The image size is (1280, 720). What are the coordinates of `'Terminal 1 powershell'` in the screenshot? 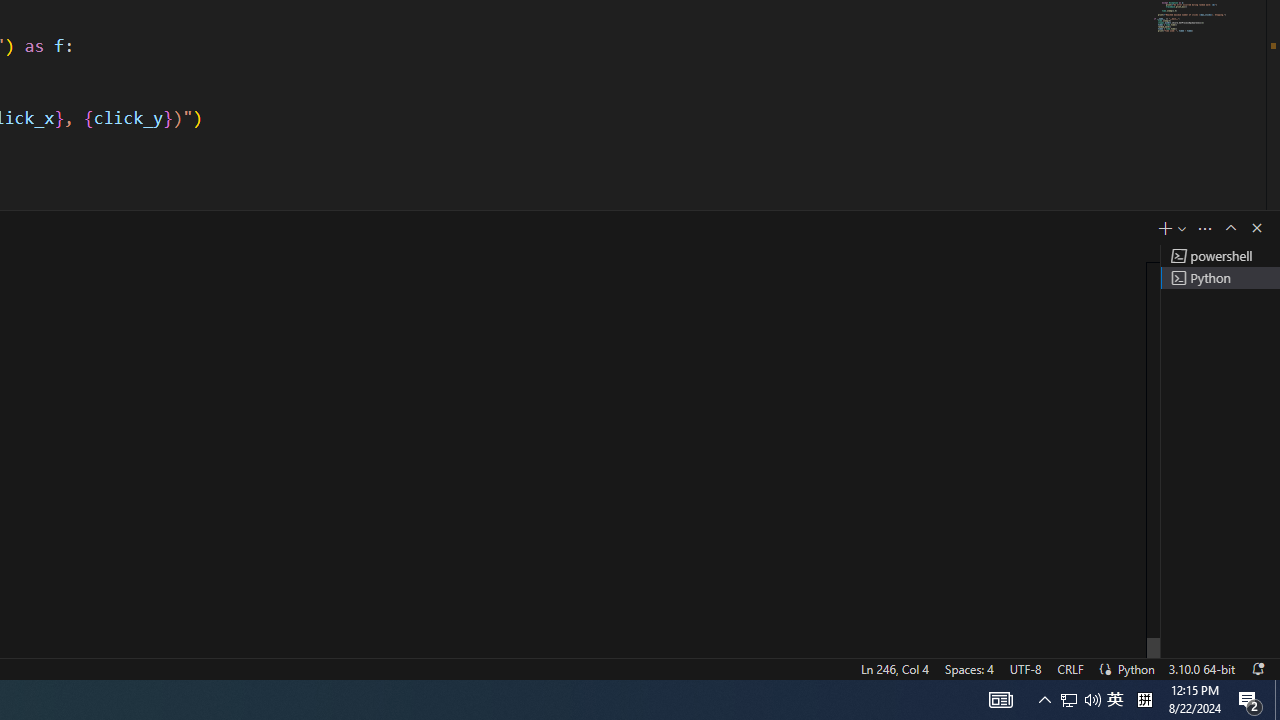 It's located at (1219, 254).